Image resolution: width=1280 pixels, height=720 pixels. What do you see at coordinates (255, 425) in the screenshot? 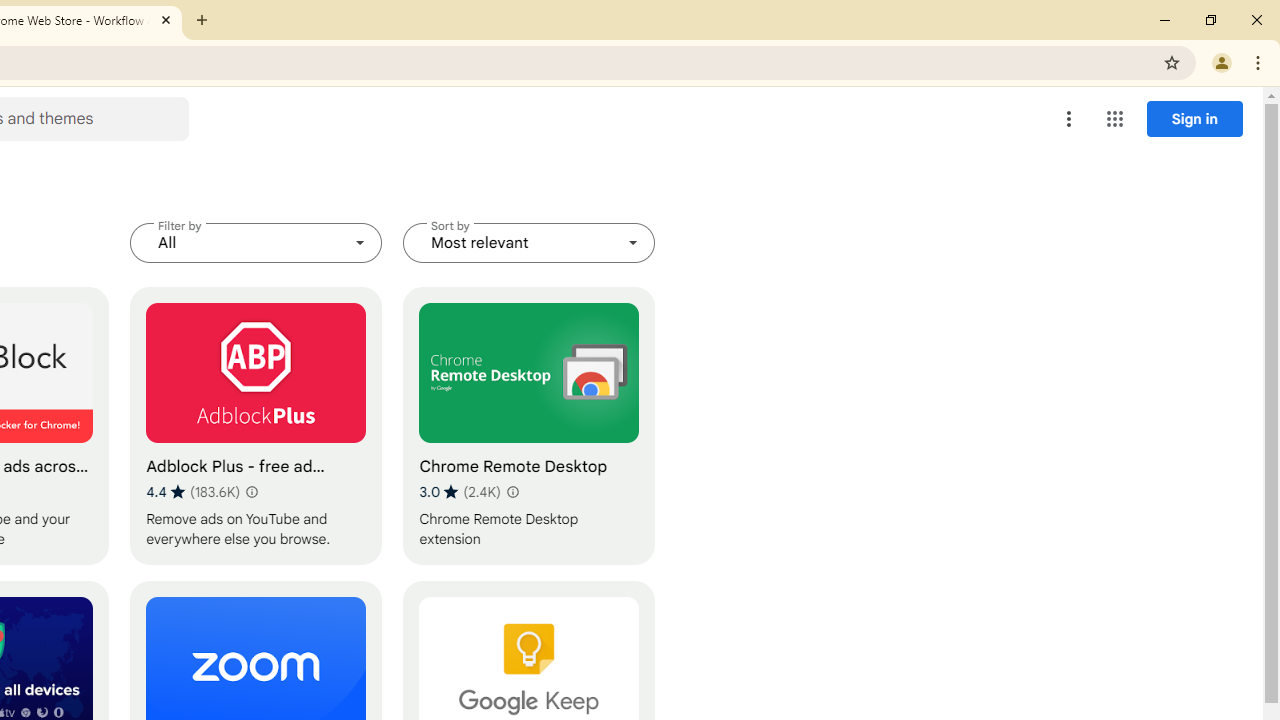
I see `'Adblock Plus - free ad blocker'` at bounding box center [255, 425].